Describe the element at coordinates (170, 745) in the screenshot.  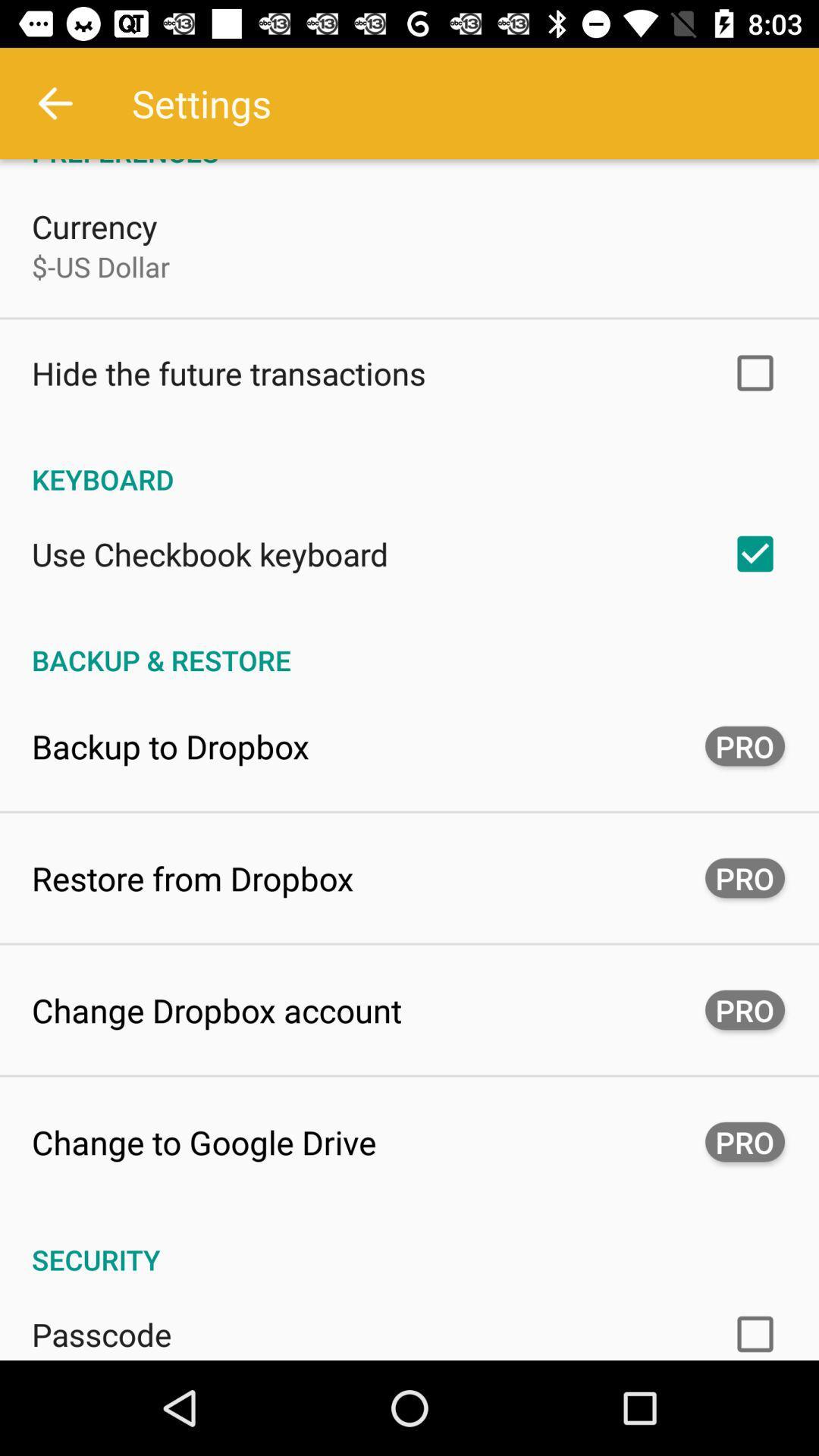
I see `the backup to dropbox app` at that location.